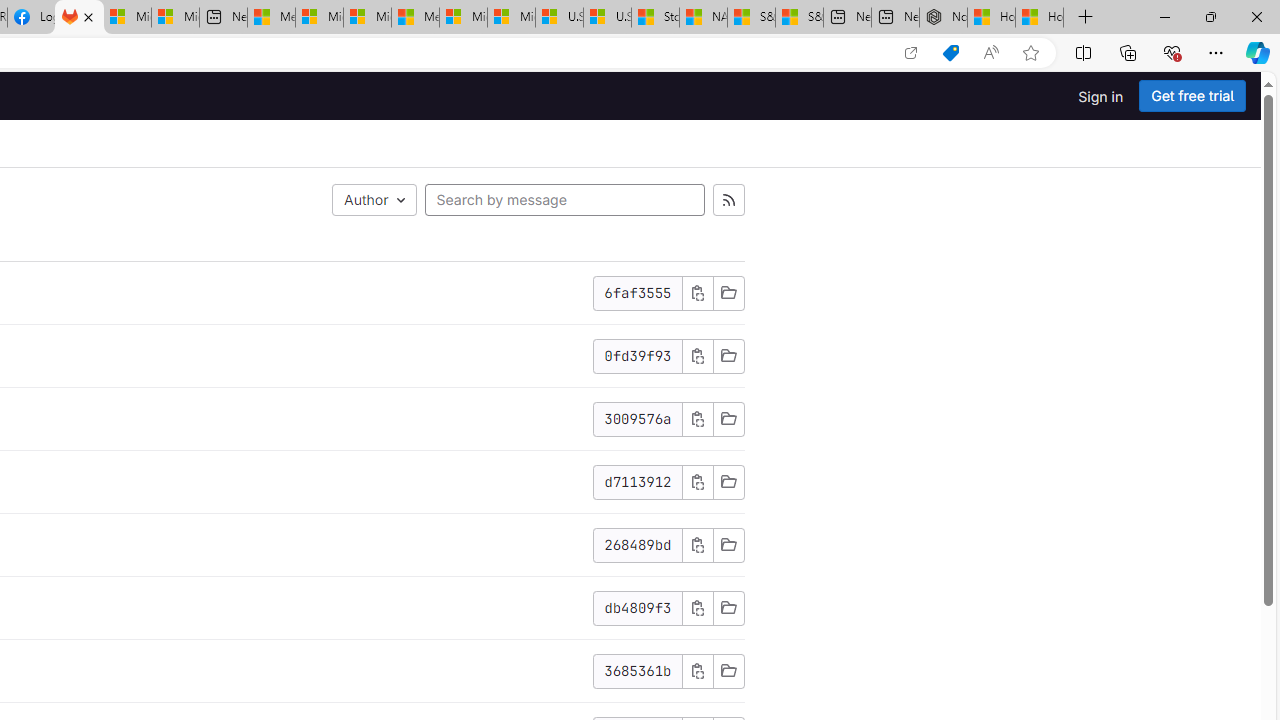  What do you see at coordinates (1040, 17) in the screenshot?
I see `'How to Use a Monitor With Your Closed Laptop'` at bounding box center [1040, 17].